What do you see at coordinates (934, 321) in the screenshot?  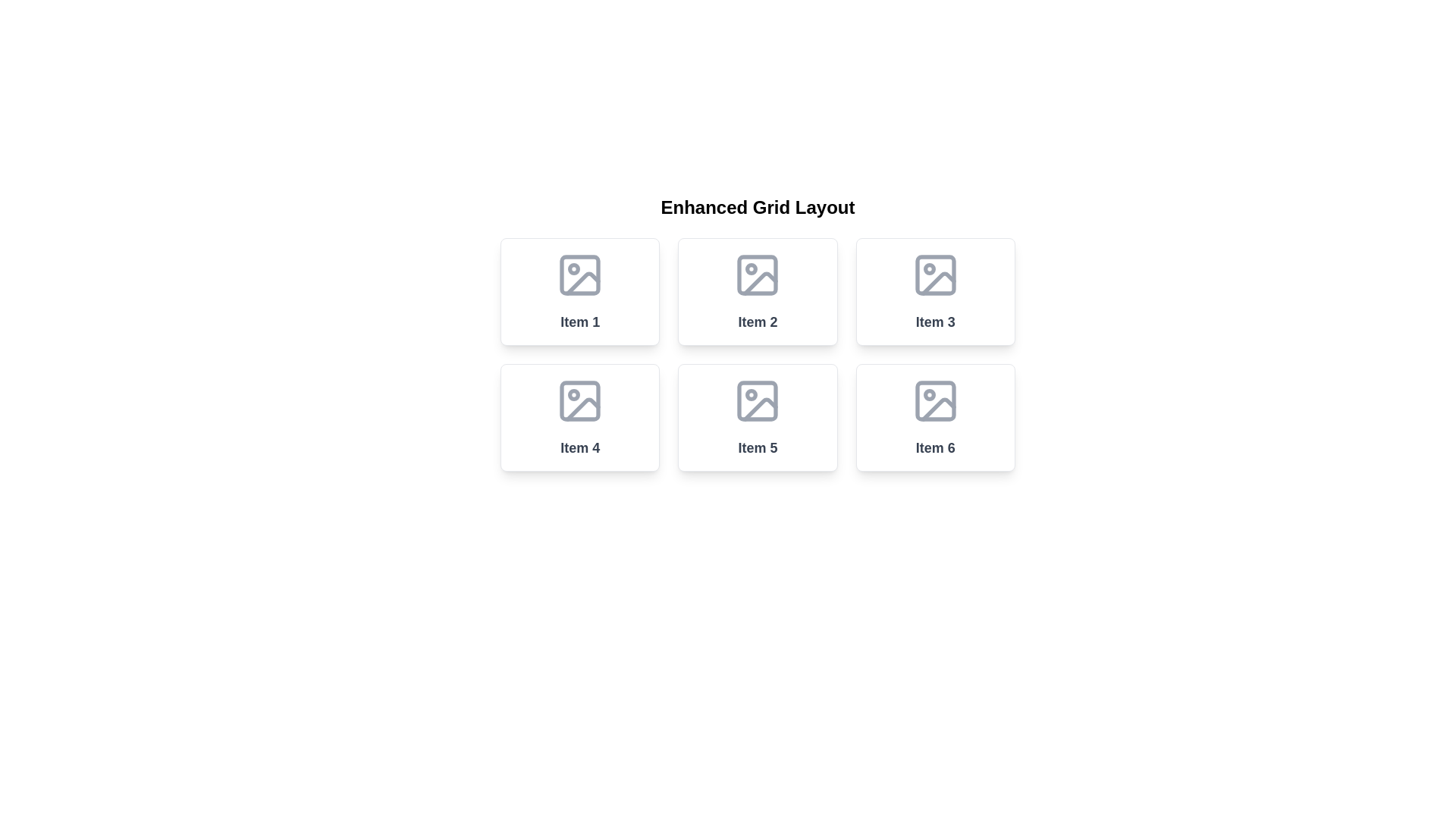 I see `text content of the bold, dark gray 'Item 3.' label located in the third column of the top row in a 2x3 grid layout` at bounding box center [934, 321].